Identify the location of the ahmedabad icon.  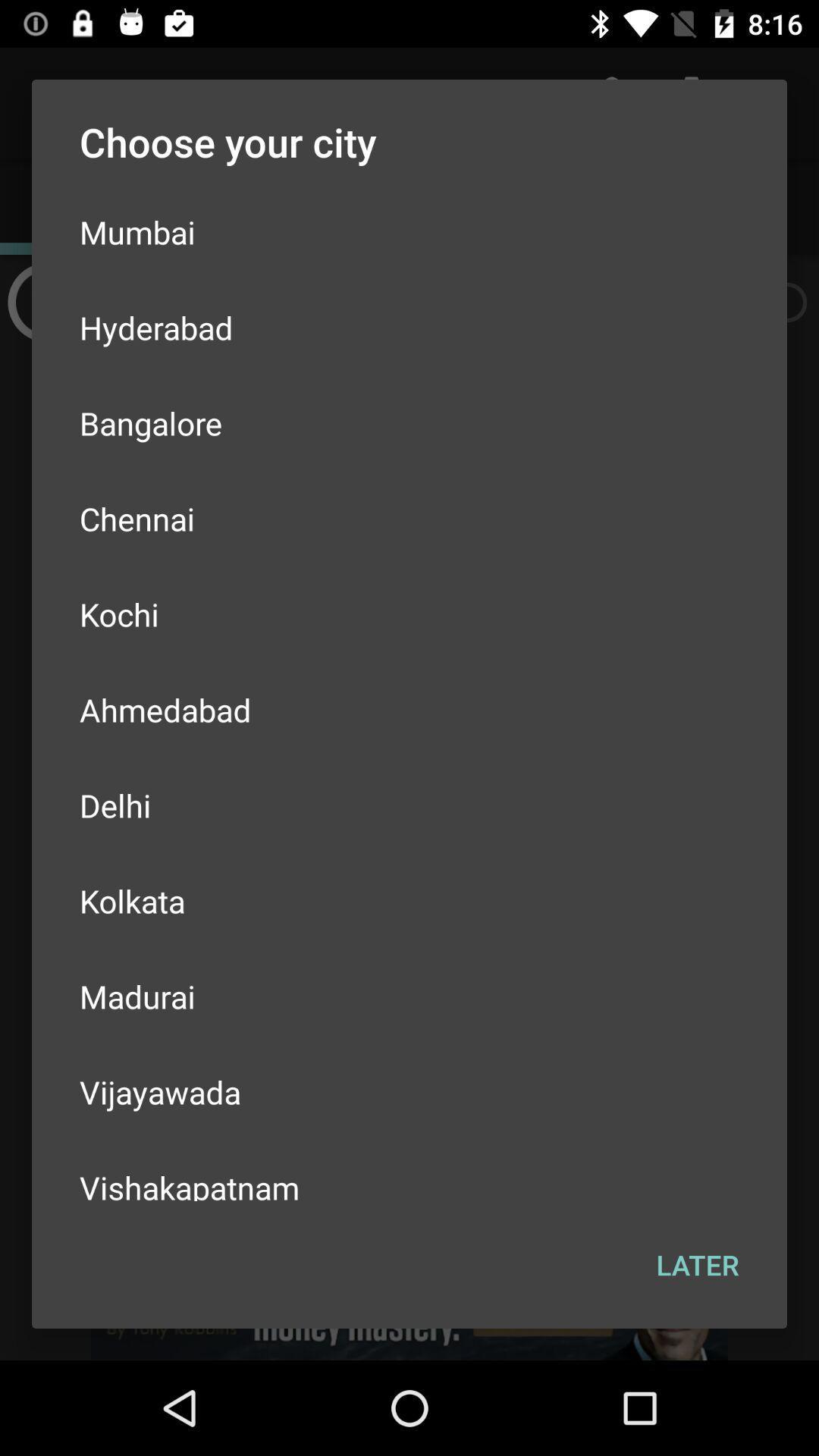
(409, 709).